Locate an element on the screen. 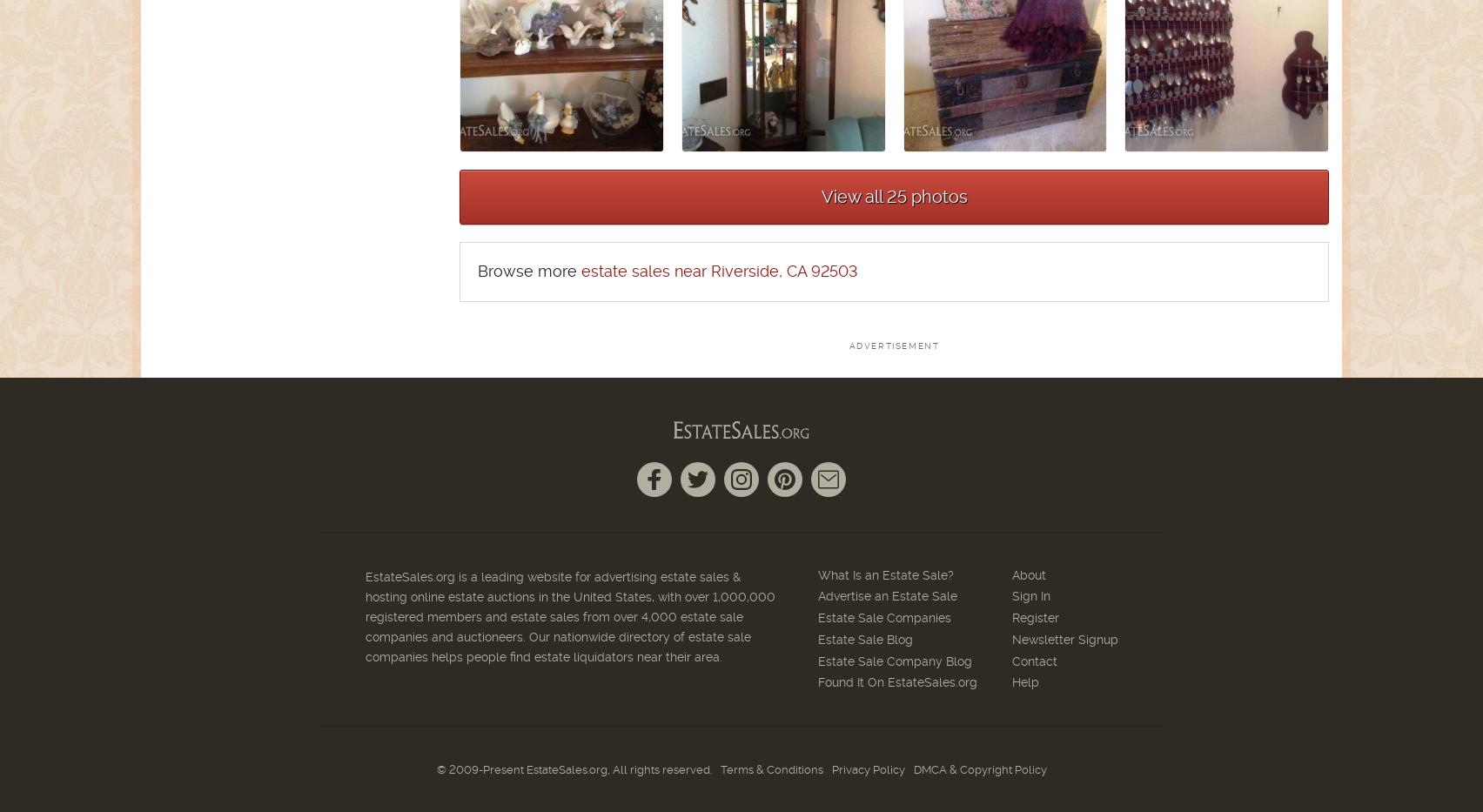 The height and width of the screenshot is (812, 1483). '·         30 small appliances (new)' is located at coordinates (267, 713).